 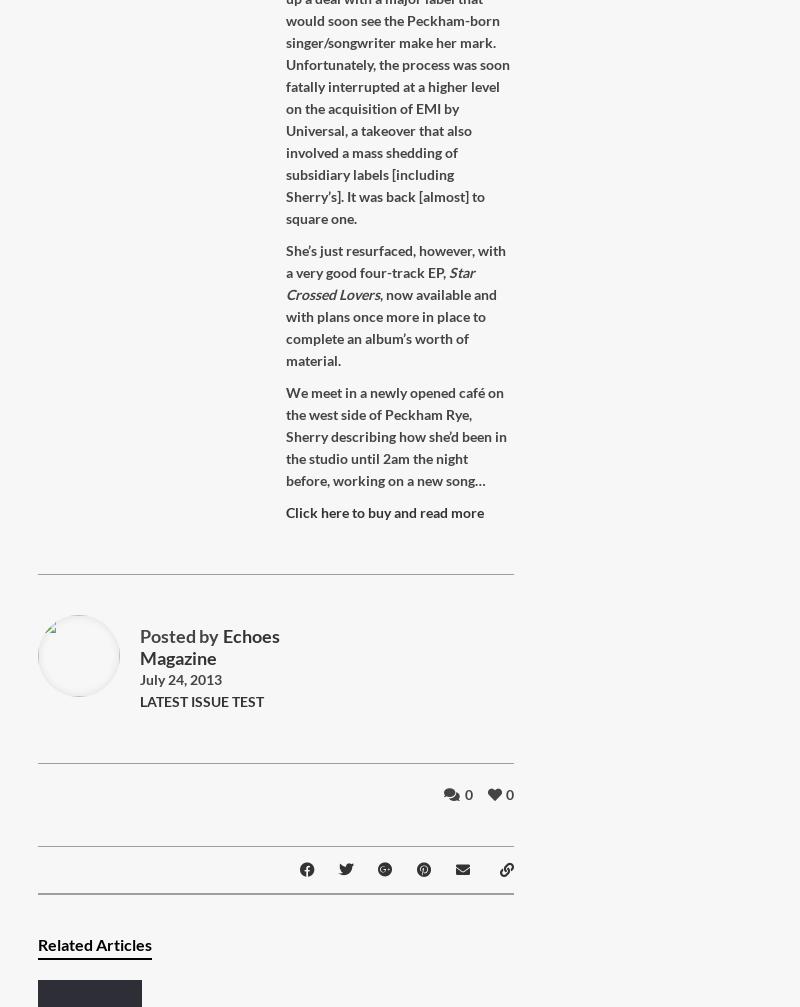 I want to click on 'Click here to buy and read more', so click(x=383, y=511).